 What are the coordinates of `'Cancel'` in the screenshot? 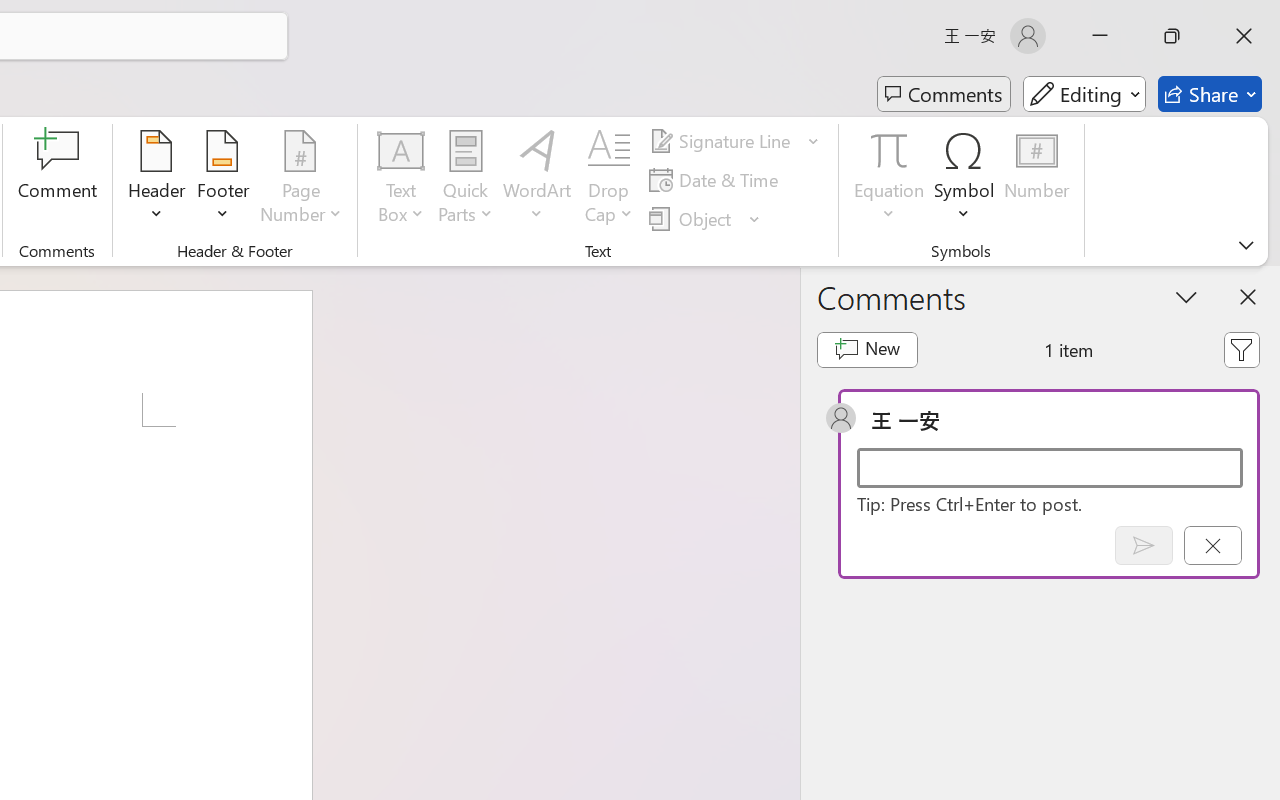 It's located at (1211, 545).